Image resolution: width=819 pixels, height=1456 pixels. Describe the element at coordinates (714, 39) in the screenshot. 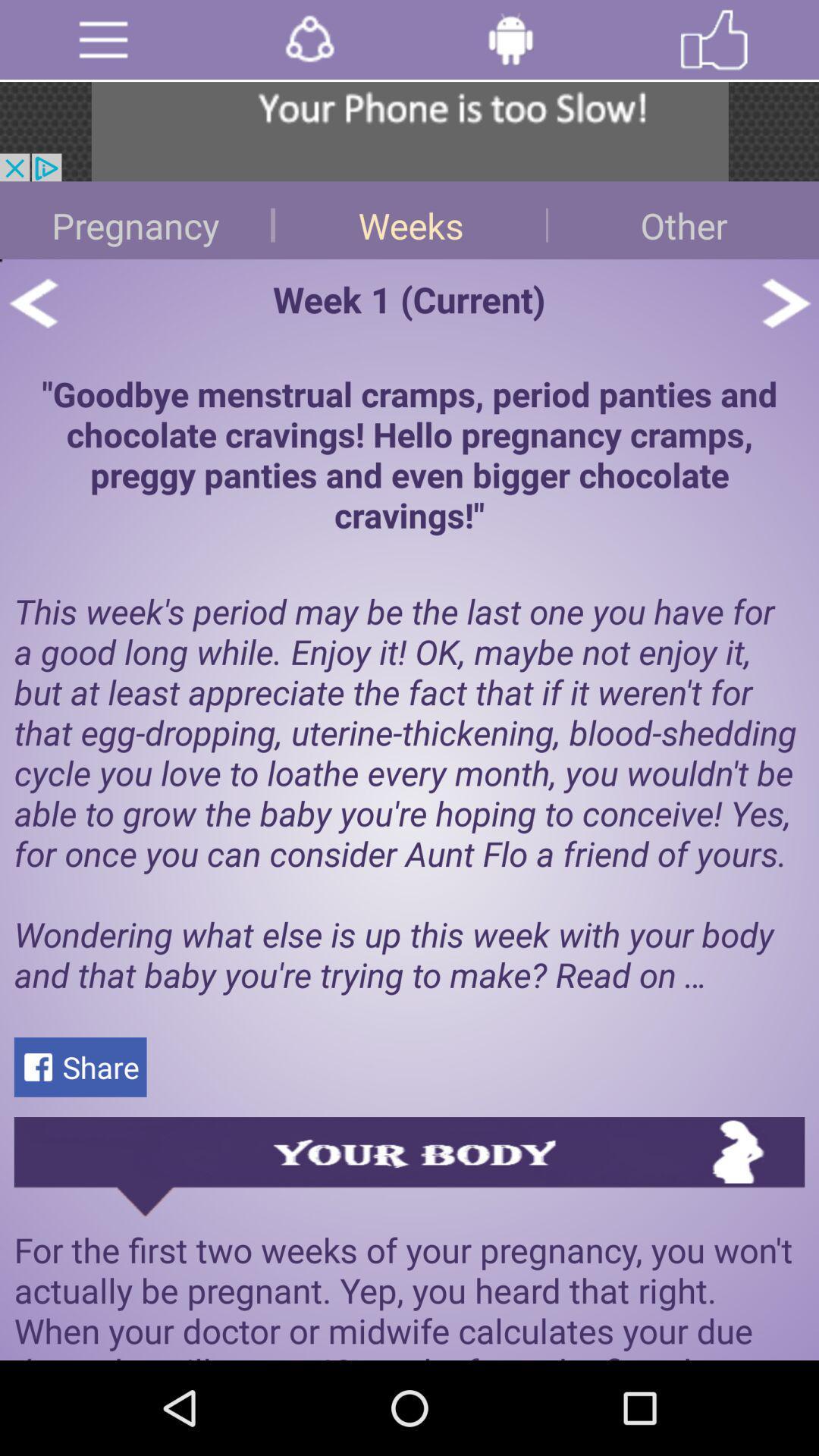

I see `like this page` at that location.